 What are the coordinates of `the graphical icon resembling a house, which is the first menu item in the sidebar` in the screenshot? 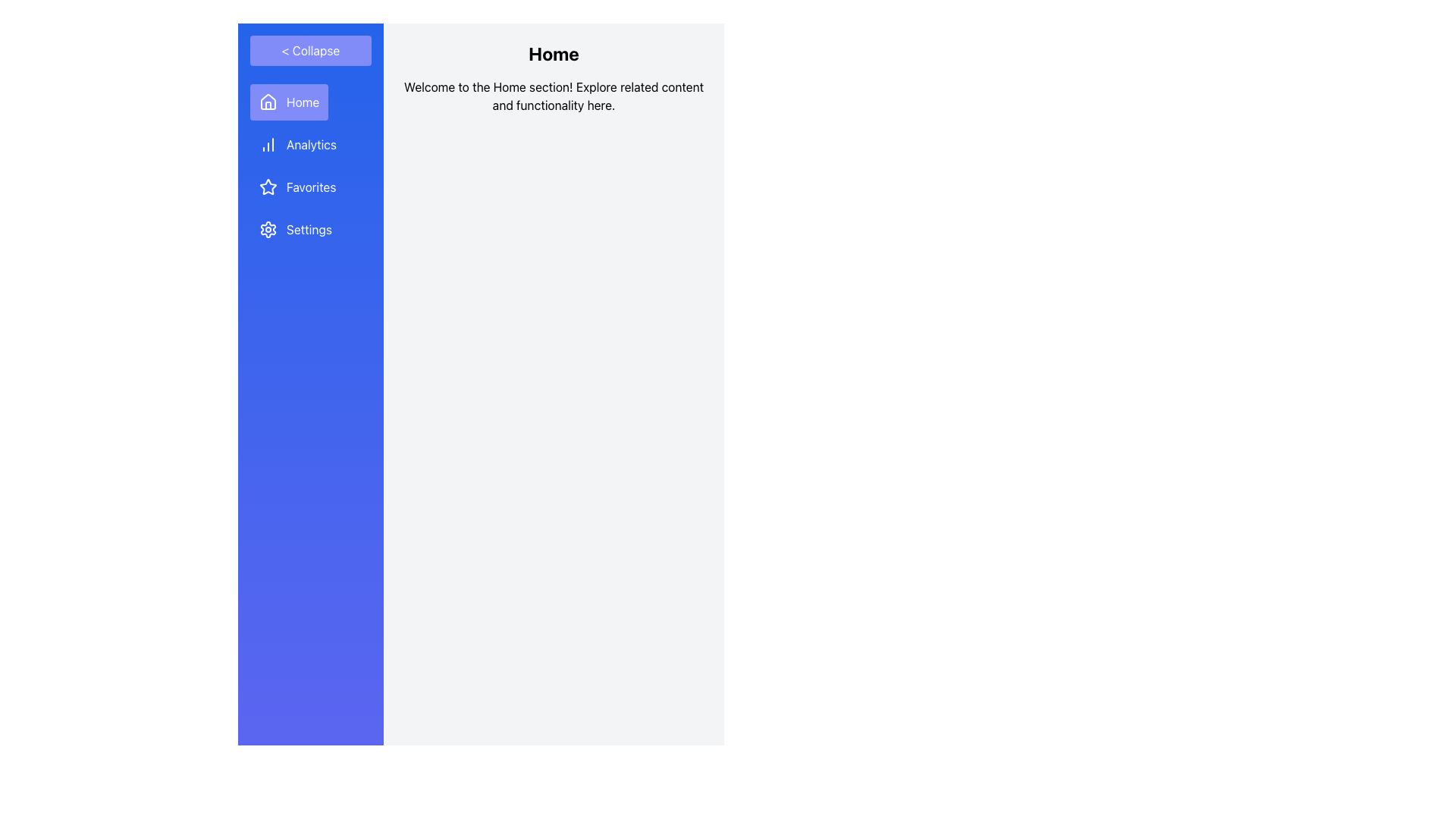 It's located at (268, 102).